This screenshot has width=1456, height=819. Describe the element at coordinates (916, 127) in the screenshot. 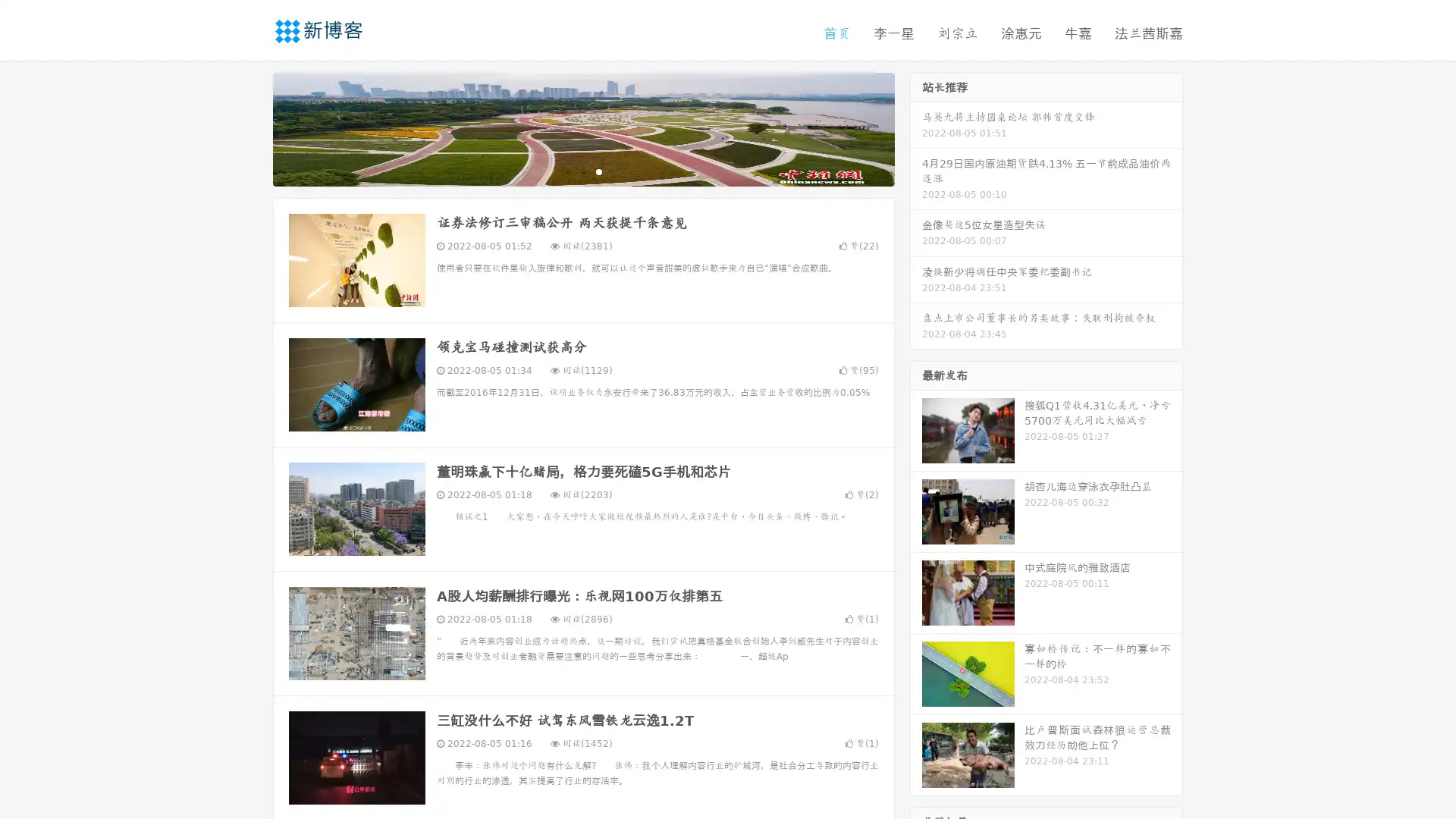

I see `Next slide` at that location.